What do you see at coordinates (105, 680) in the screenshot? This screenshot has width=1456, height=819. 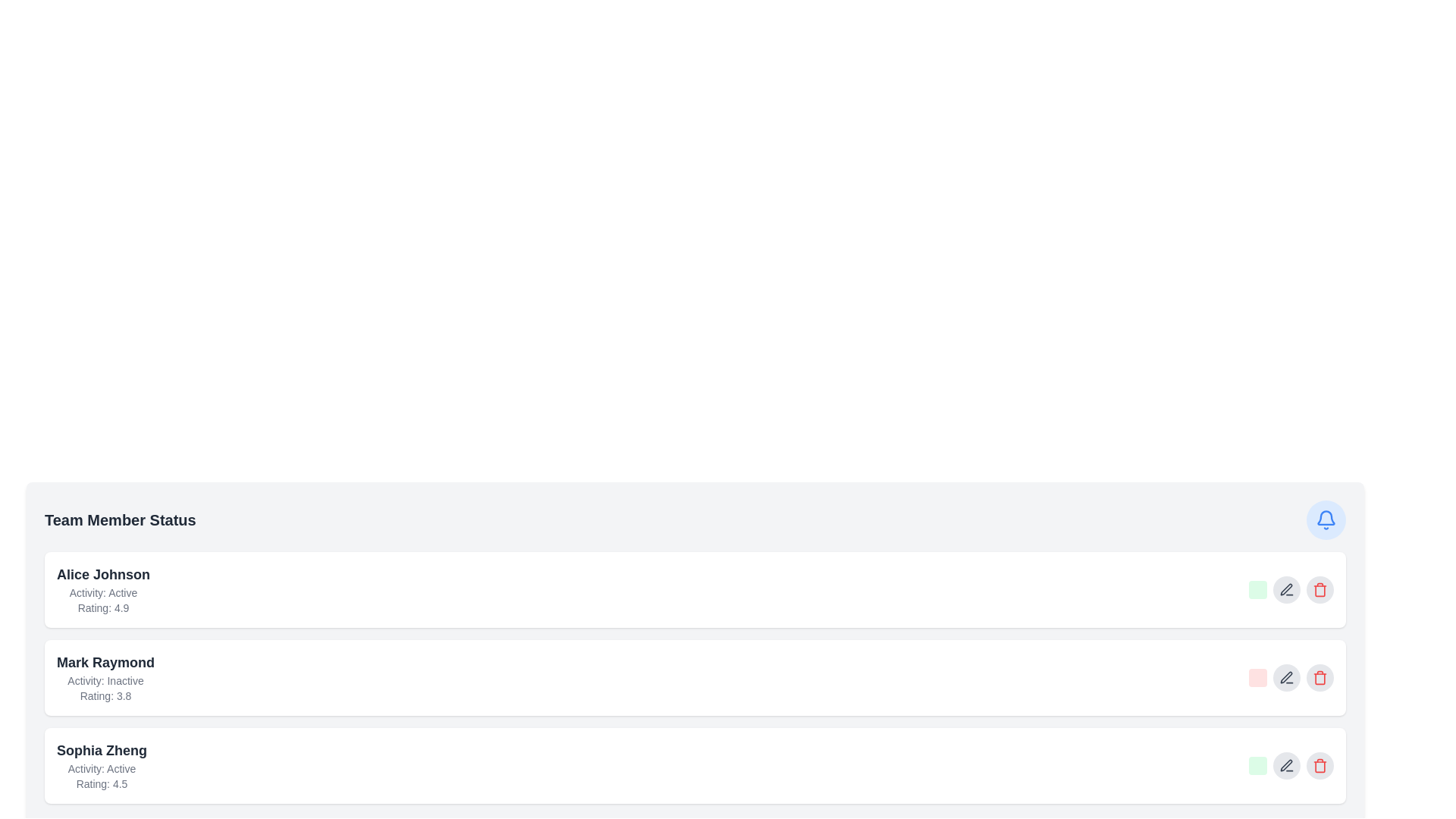 I see `the text label indicating the activity status of 'Mark Raymond', which is the second line in the card under the 'Team Member Status' section` at bounding box center [105, 680].